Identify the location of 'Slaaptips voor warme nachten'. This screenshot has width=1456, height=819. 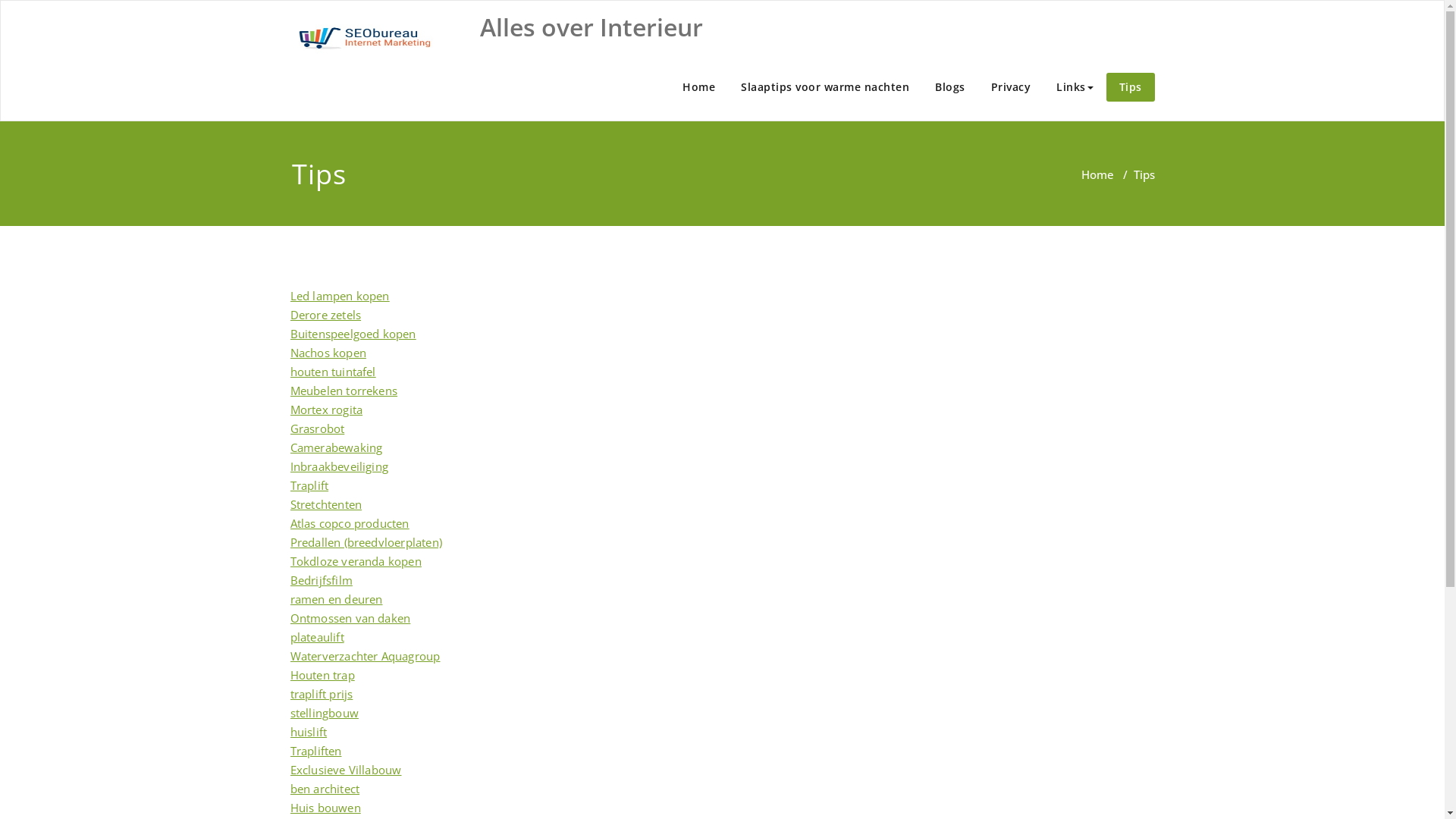
(824, 87).